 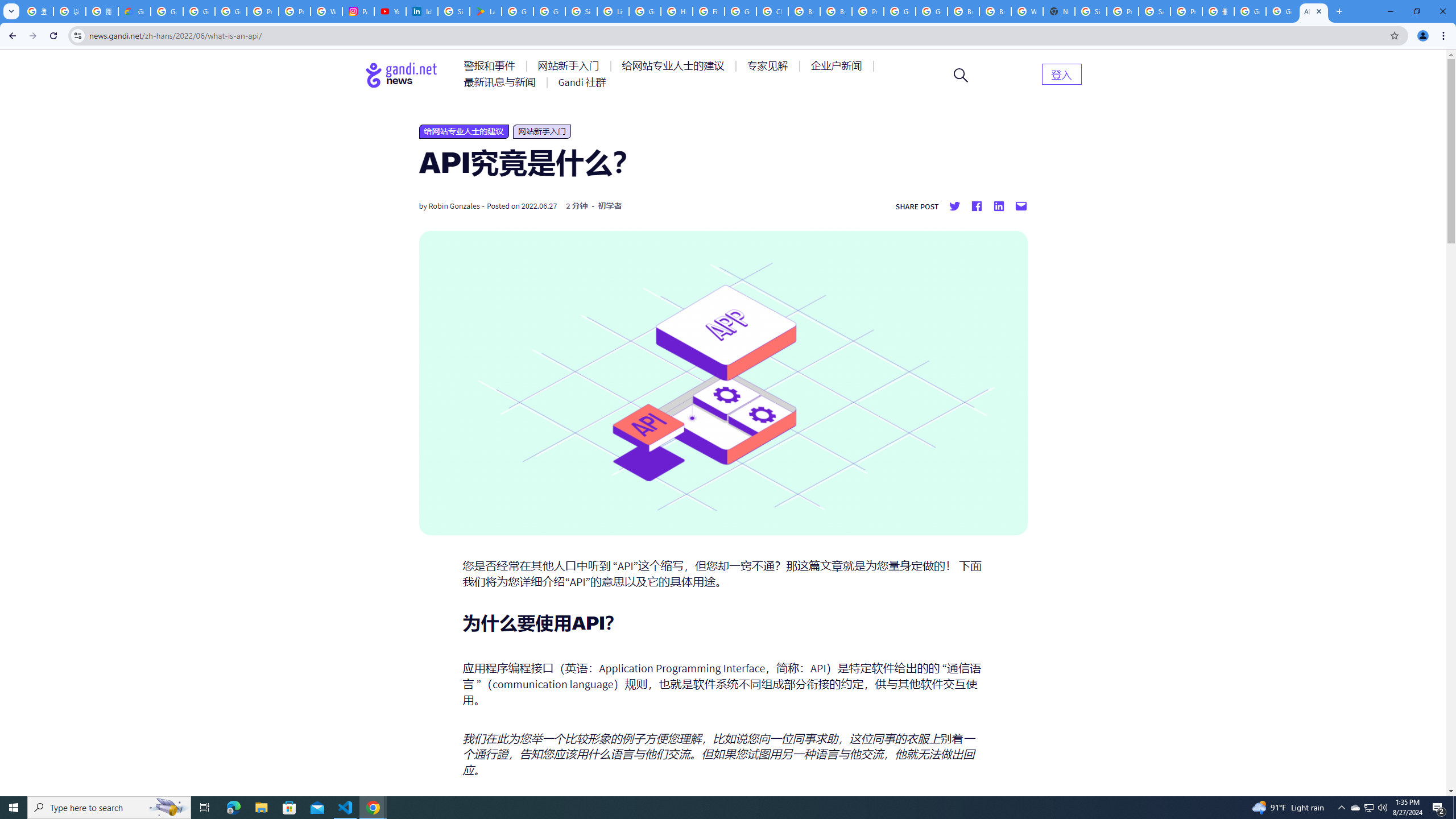 What do you see at coordinates (976, 205) in the screenshot?
I see `'Share on facebook'` at bounding box center [976, 205].